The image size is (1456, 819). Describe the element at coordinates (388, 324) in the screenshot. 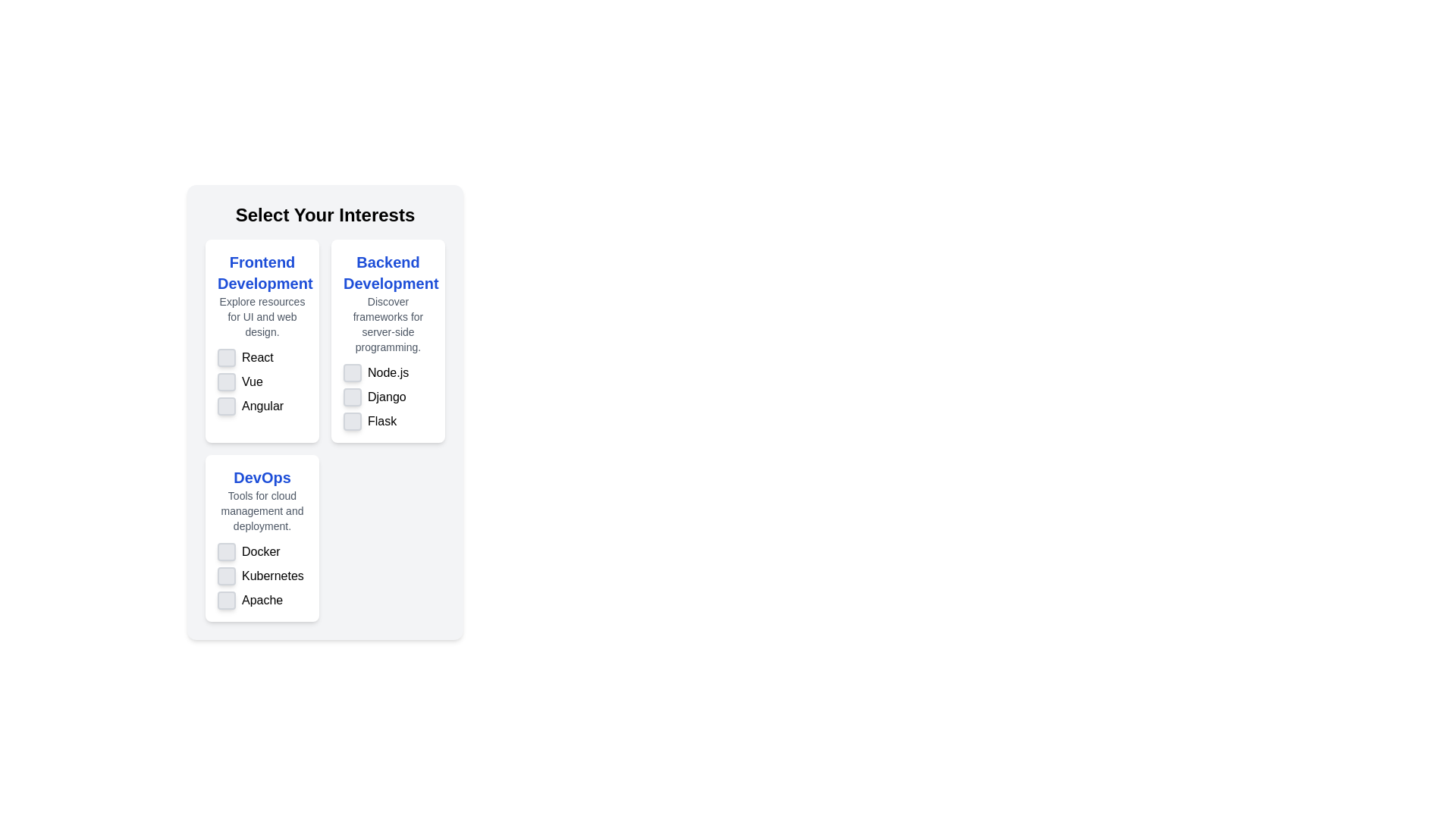

I see `descriptive text located directly beneath the 'Backend Development' title in the middle column of the three-column layout` at that location.